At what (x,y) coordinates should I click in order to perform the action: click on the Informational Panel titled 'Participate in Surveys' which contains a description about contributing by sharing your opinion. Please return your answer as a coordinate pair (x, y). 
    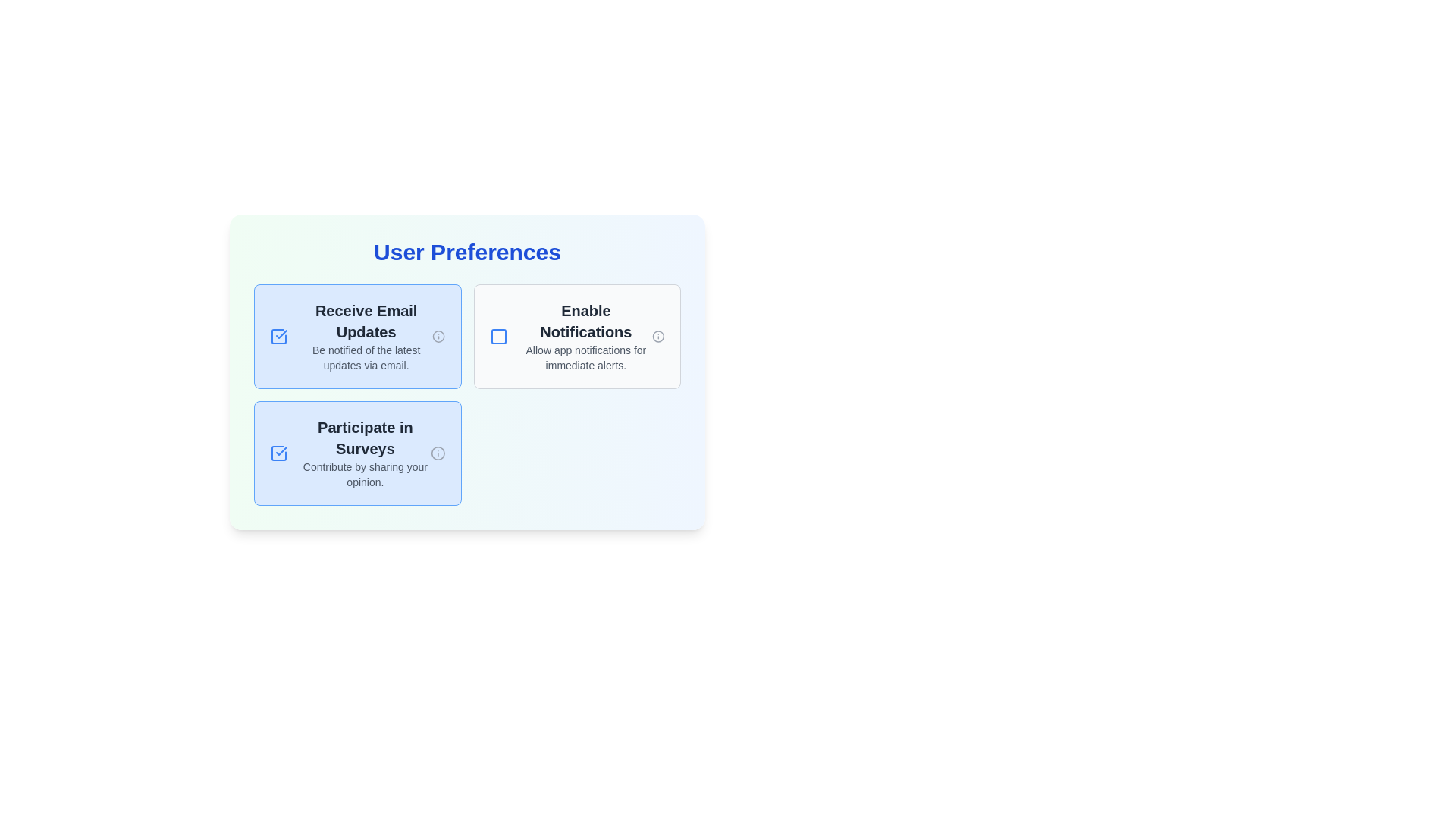
    Looking at the image, I should click on (365, 452).